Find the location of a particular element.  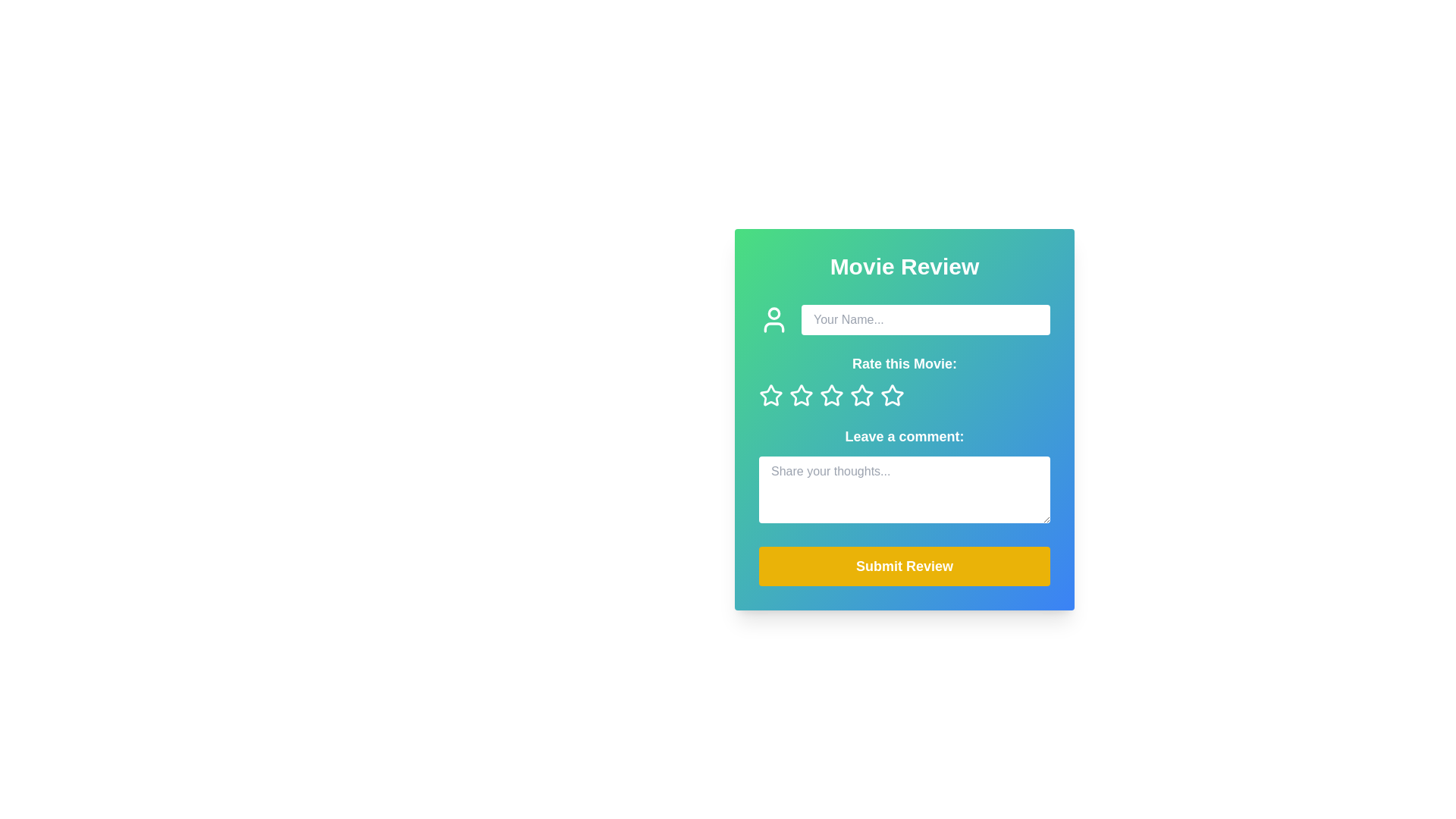

the third rating star from the left in the row of five stars is located at coordinates (831, 394).